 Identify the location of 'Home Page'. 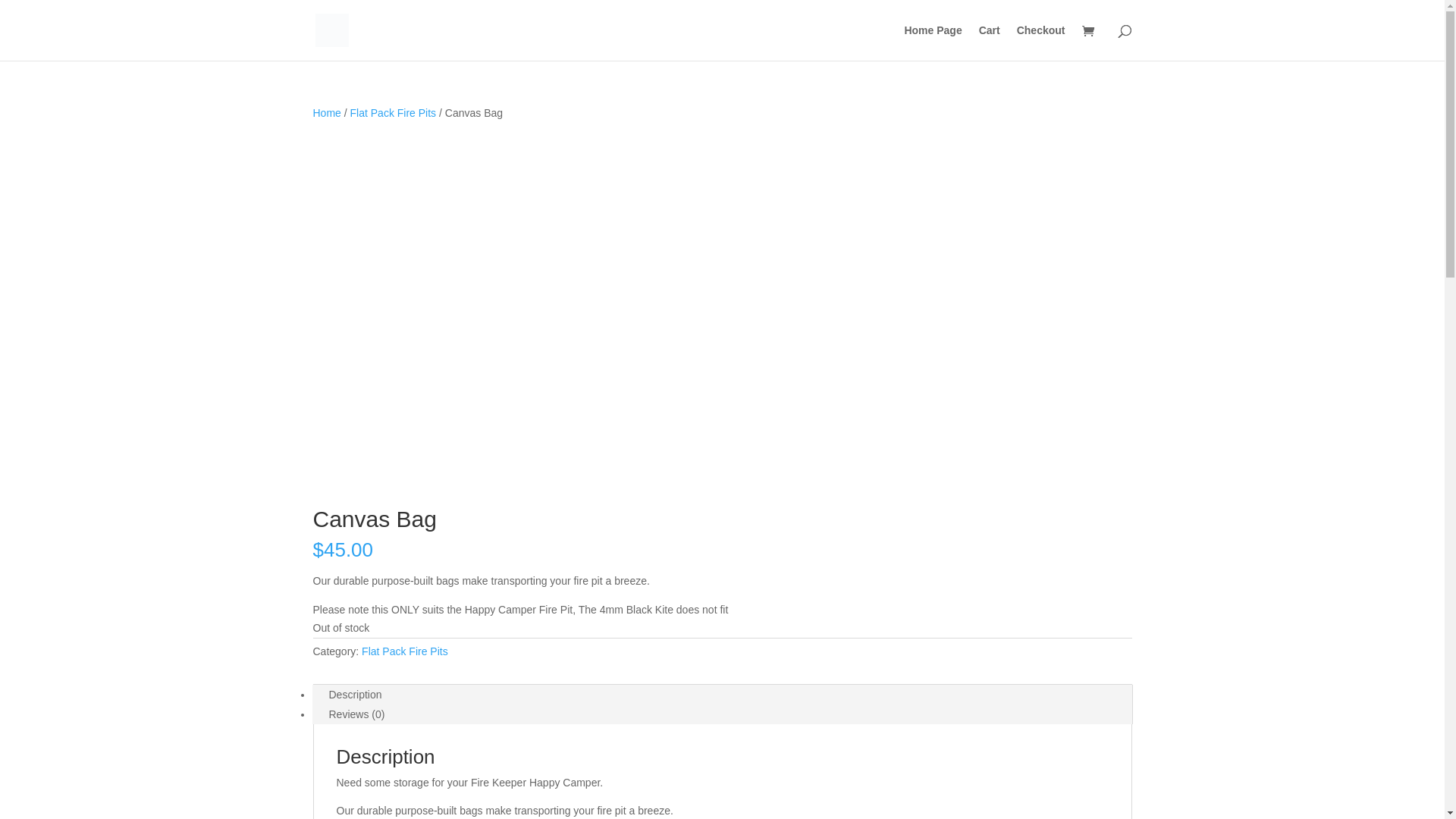
(931, 42).